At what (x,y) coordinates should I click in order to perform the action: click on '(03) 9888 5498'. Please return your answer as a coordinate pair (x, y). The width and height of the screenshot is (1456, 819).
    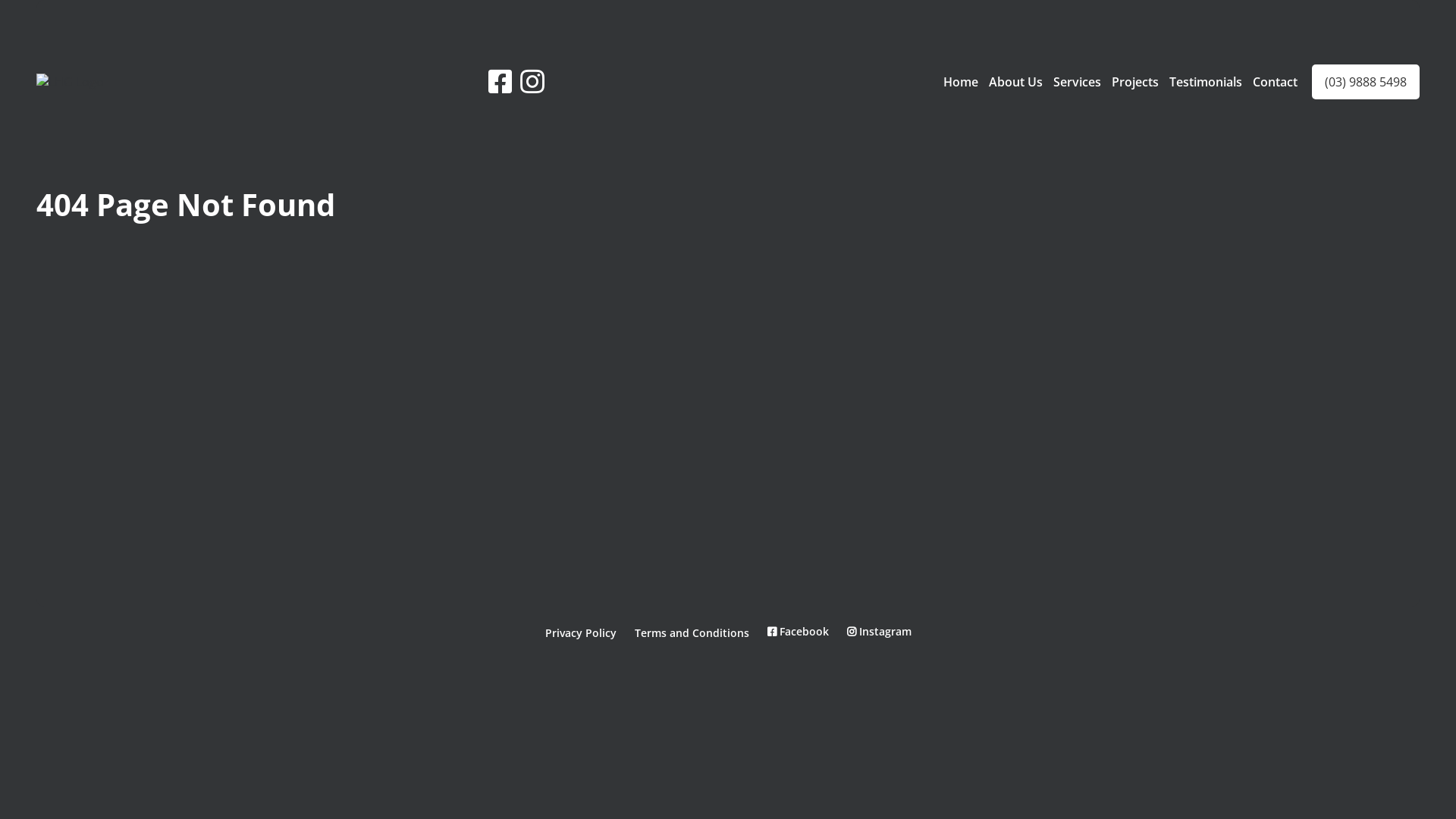
    Looking at the image, I should click on (1365, 81).